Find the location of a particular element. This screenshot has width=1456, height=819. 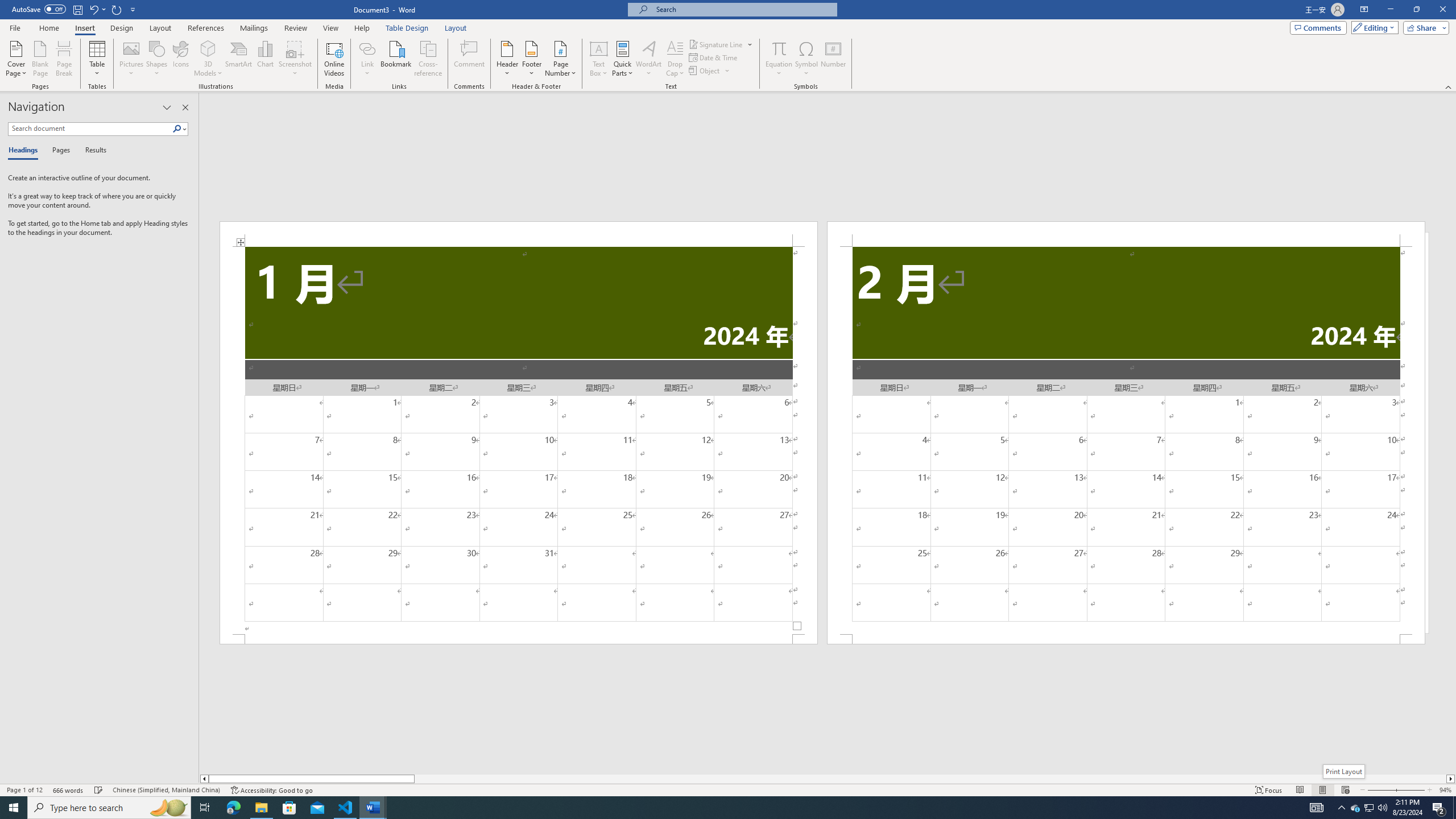

'Object...' is located at coordinates (709, 69).